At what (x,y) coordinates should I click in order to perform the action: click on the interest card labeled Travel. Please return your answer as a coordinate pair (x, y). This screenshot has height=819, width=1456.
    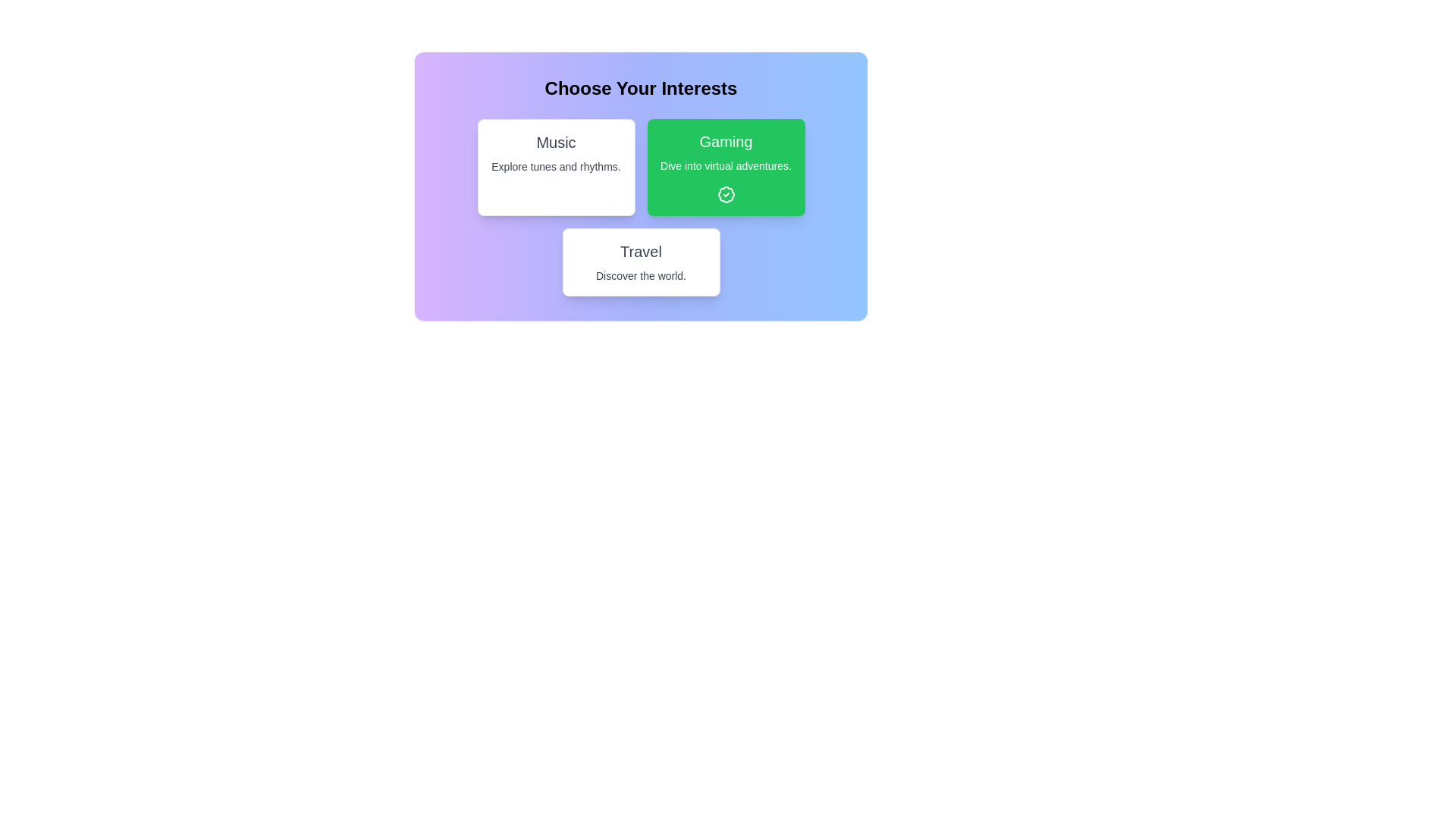
    Looking at the image, I should click on (641, 262).